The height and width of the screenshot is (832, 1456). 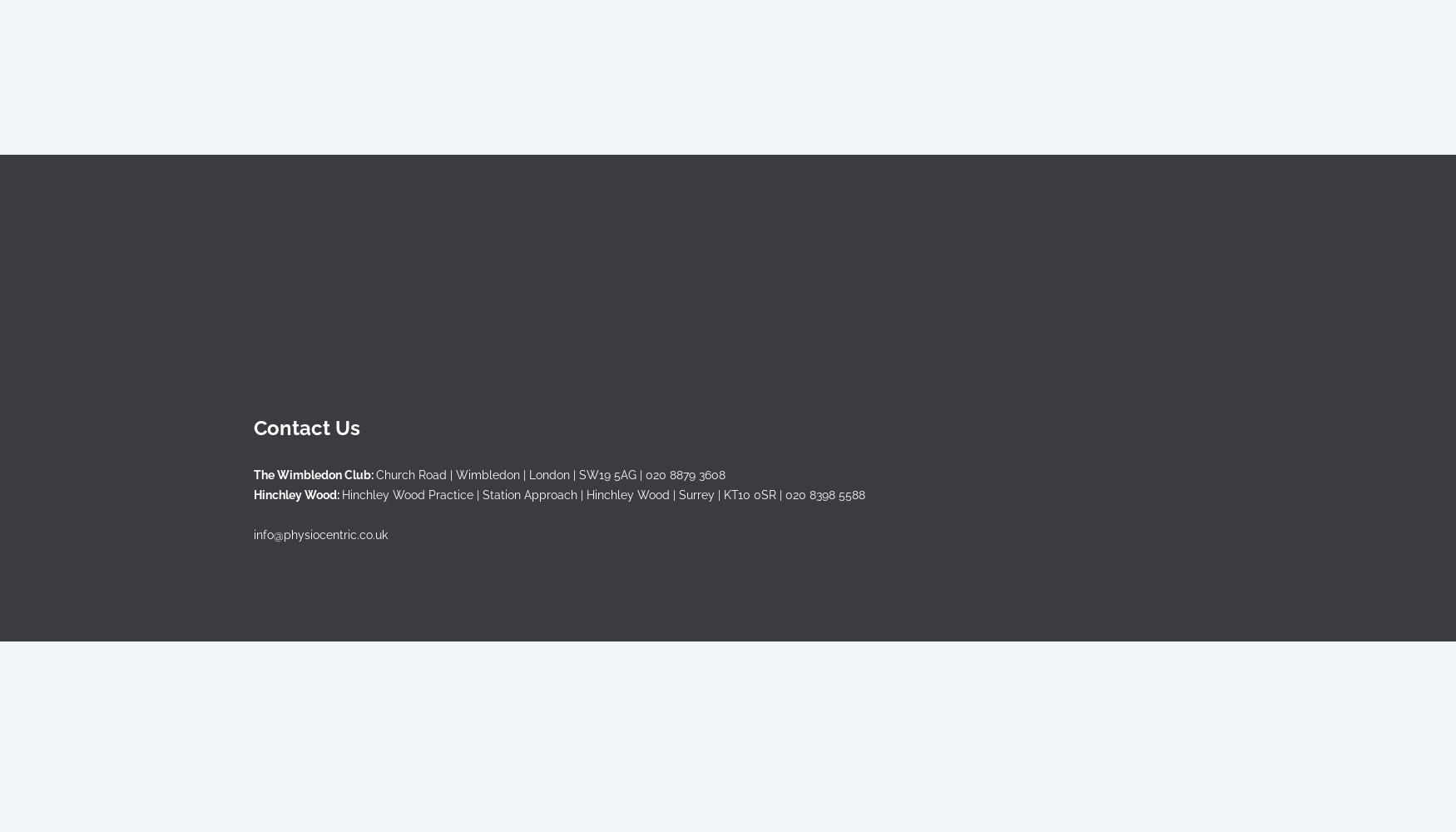 I want to click on 'Physiocentric © 2007 - 2020', so click(x=329, y=605).